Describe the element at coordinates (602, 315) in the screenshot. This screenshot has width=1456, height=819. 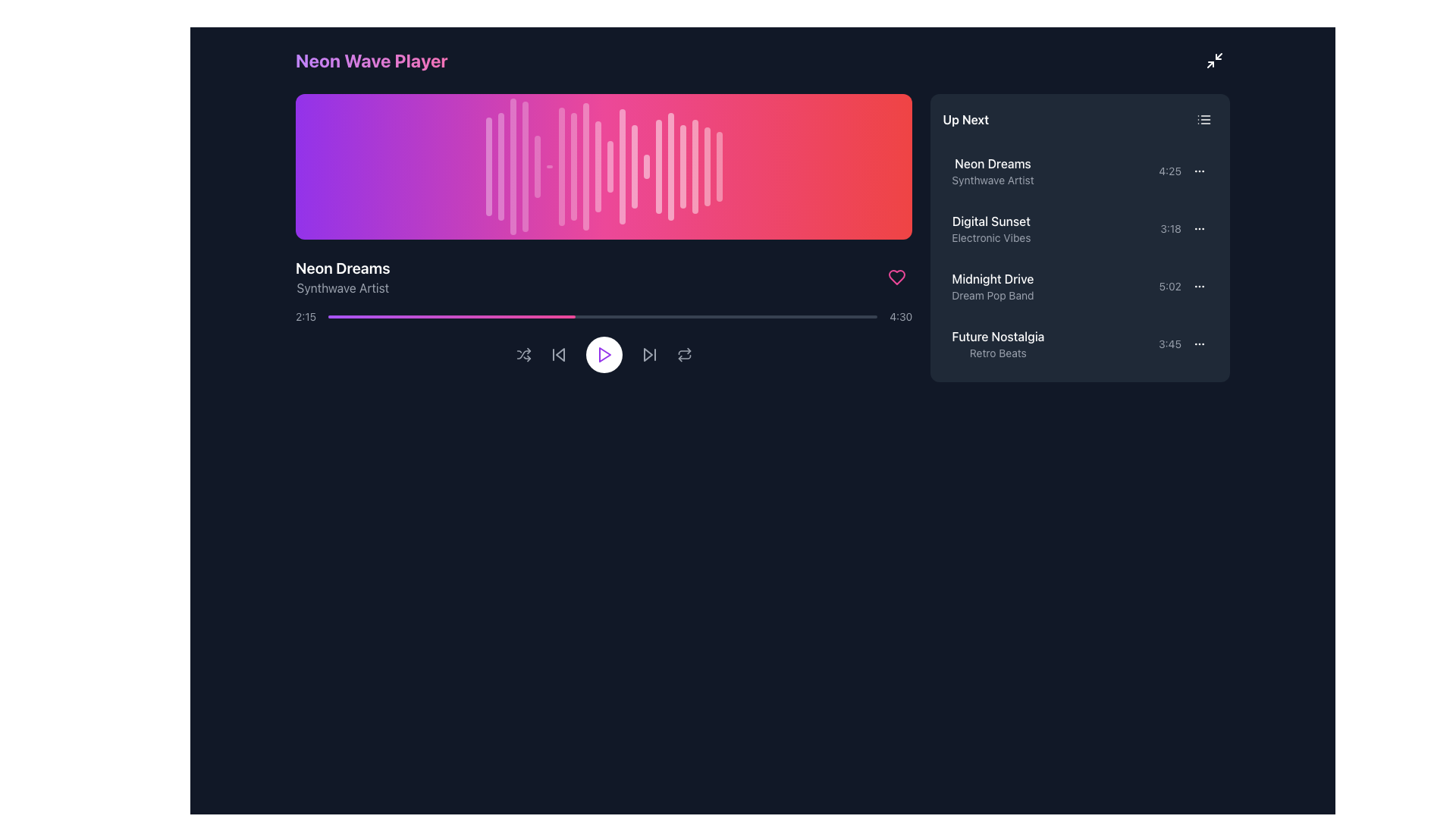
I see `the progress bar that displays the playback progress of the currently playing track, located centrally in the media player's playback control section` at that location.